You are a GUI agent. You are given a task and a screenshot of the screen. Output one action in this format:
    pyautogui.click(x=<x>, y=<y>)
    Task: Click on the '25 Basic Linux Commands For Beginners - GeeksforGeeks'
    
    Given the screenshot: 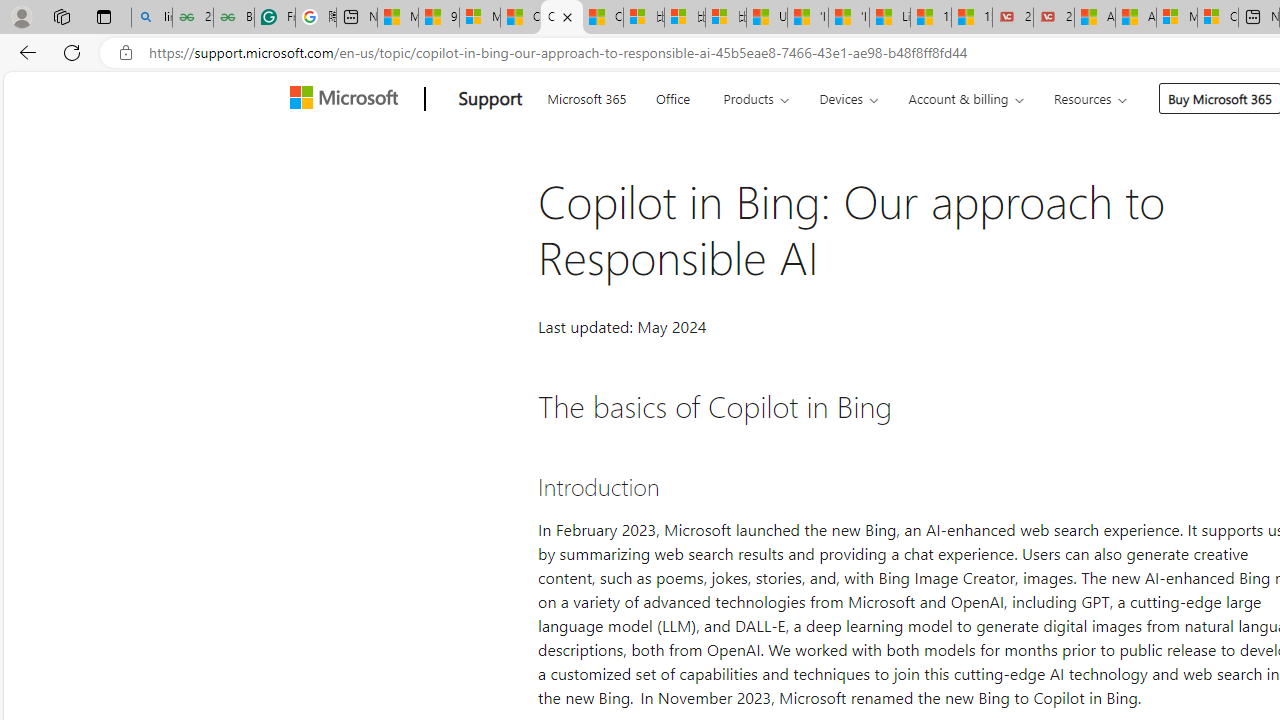 What is the action you would take?
    pyautogui.click(x=192, y=17)
    